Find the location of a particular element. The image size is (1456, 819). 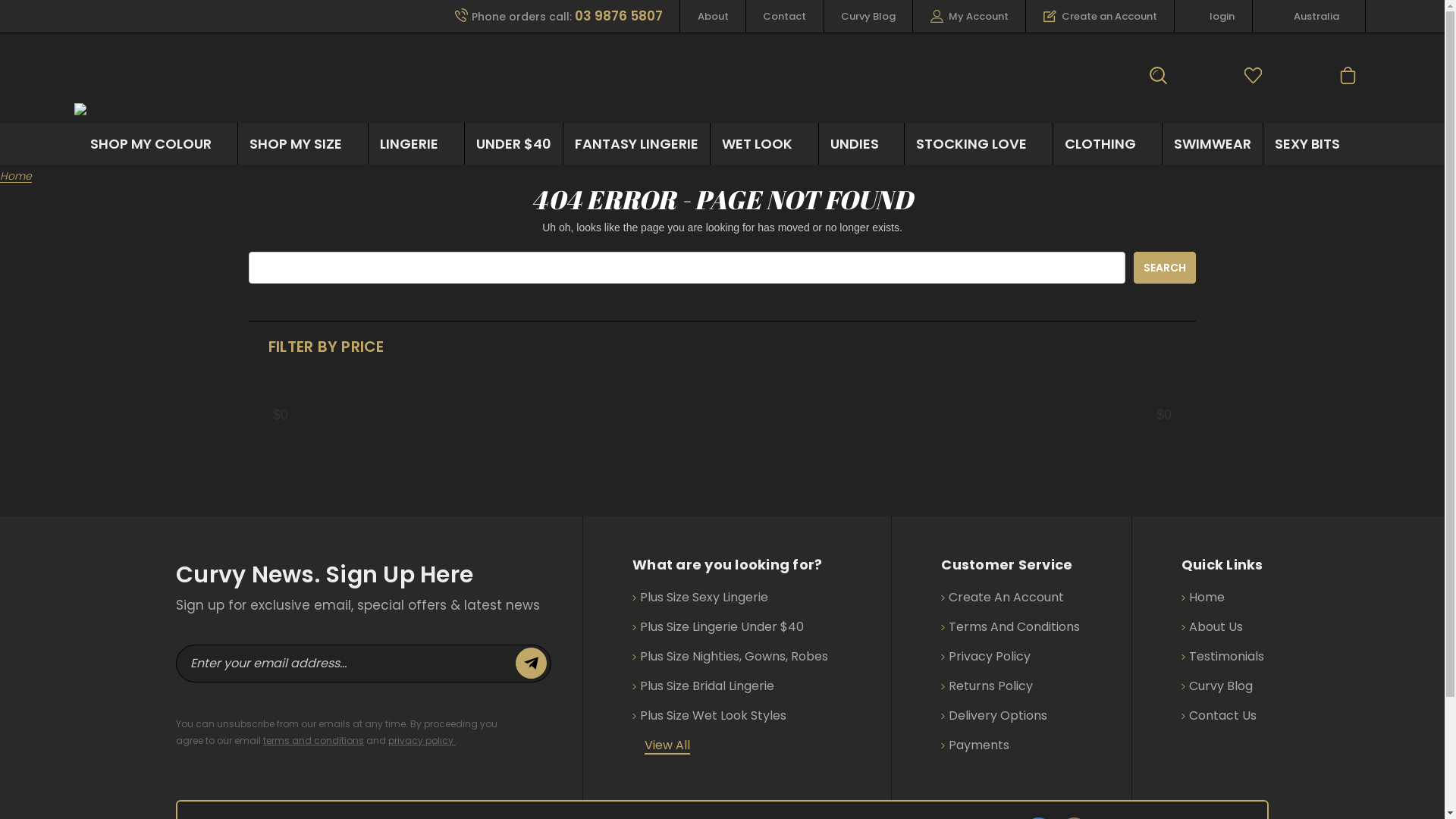

'About' is located at coordinates (712, 16).